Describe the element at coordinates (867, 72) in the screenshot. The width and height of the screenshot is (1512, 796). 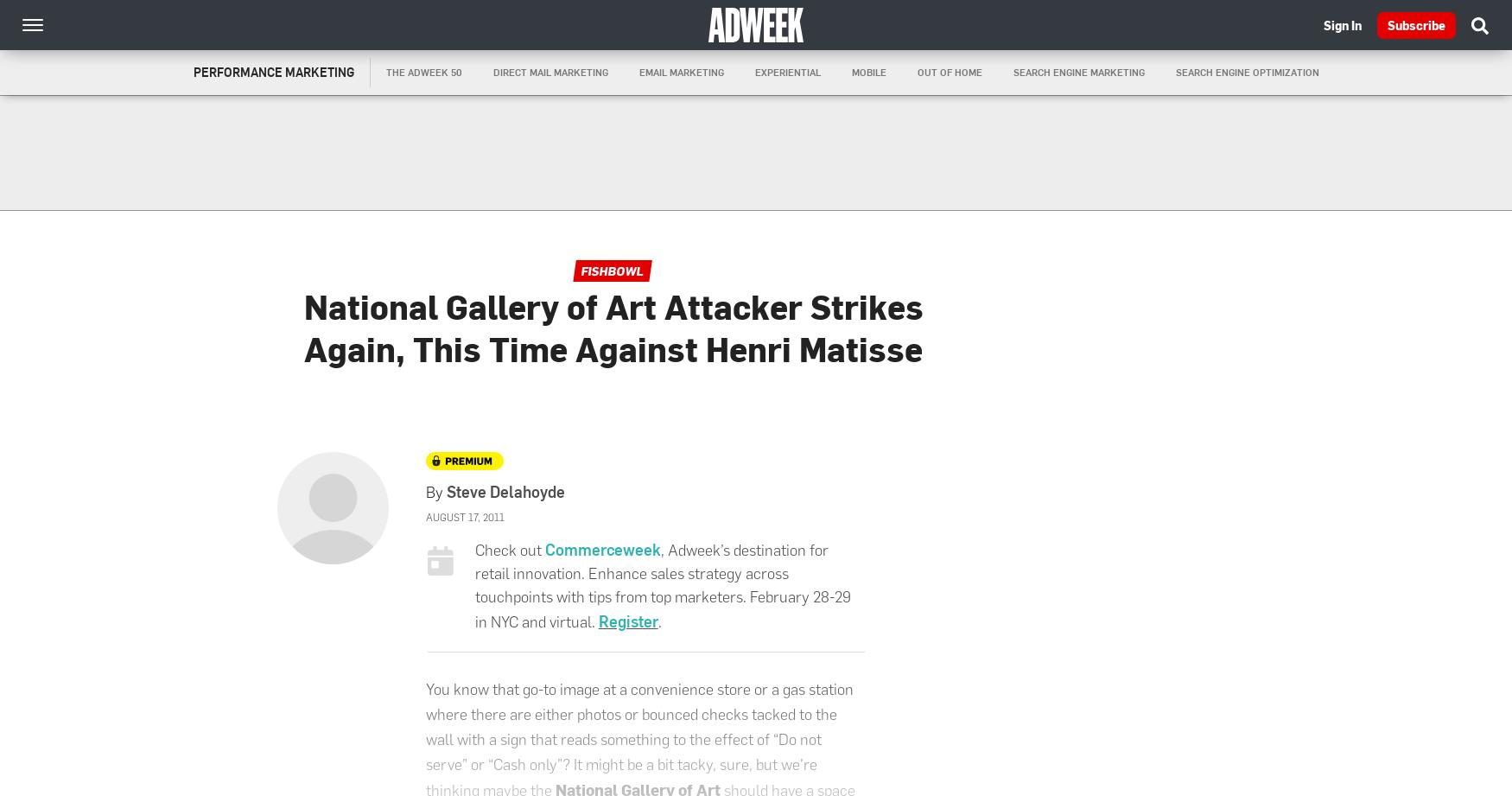
I see `'Mobile'` at that location.